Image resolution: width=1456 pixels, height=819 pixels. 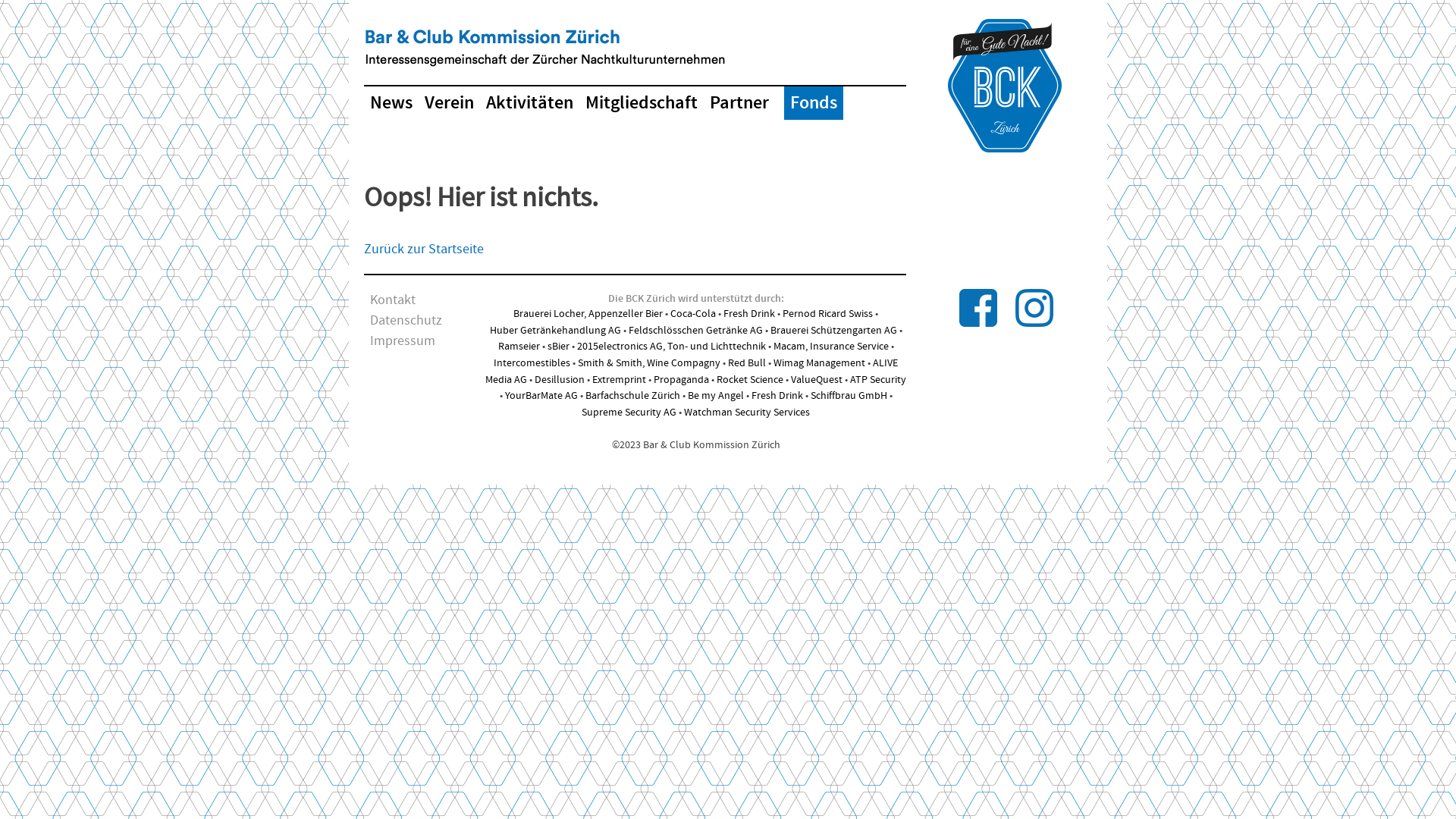 What do you see at coordinates (362, 14) in the screenshot?
I see `'Skip to content'` at bounding box center [362, 14].